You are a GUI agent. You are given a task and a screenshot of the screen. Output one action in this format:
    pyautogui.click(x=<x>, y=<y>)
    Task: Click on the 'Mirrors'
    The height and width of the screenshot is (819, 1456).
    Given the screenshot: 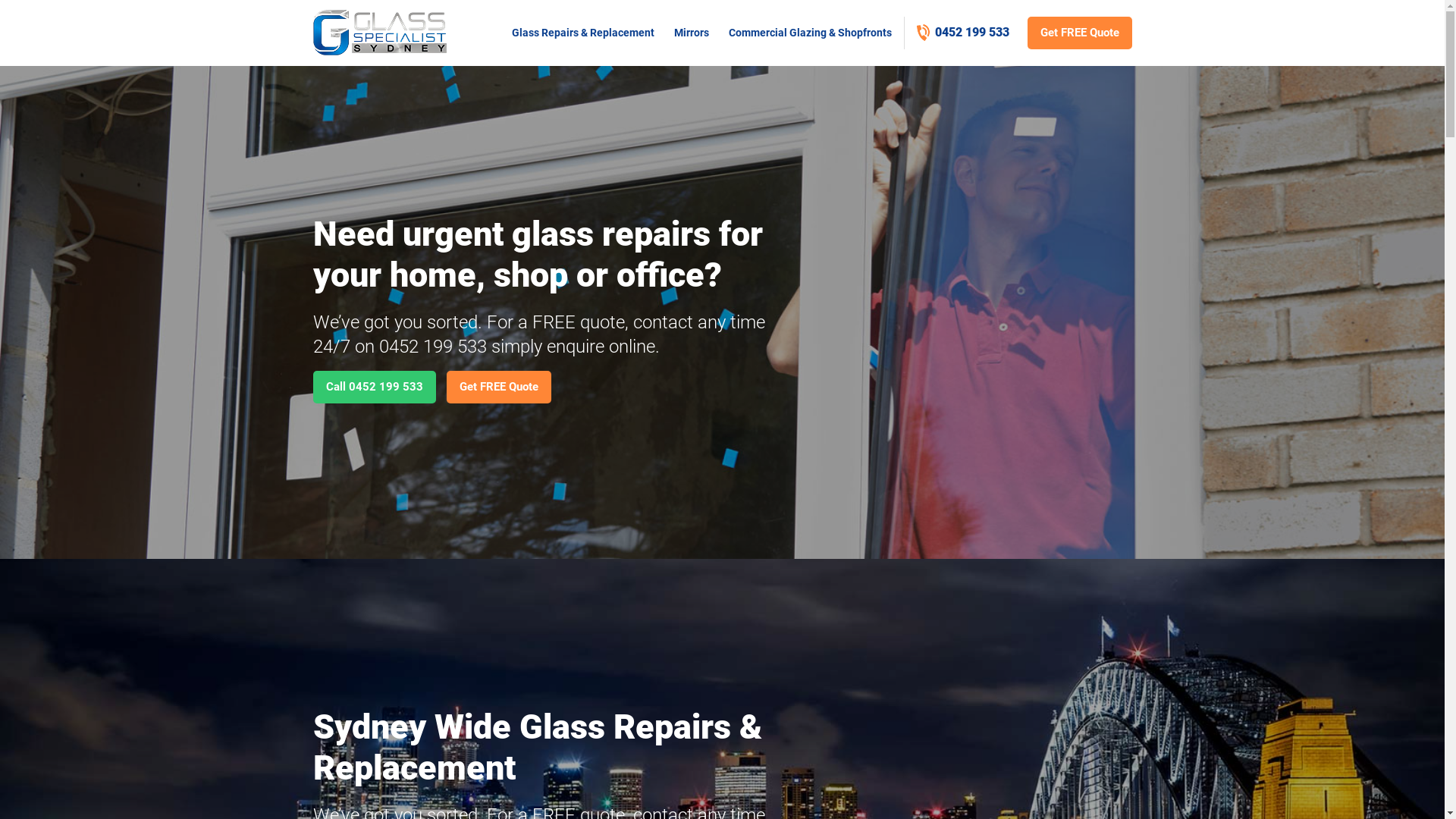 What is the action you would take?
    pyautogui.click(x=666, y=33)
    